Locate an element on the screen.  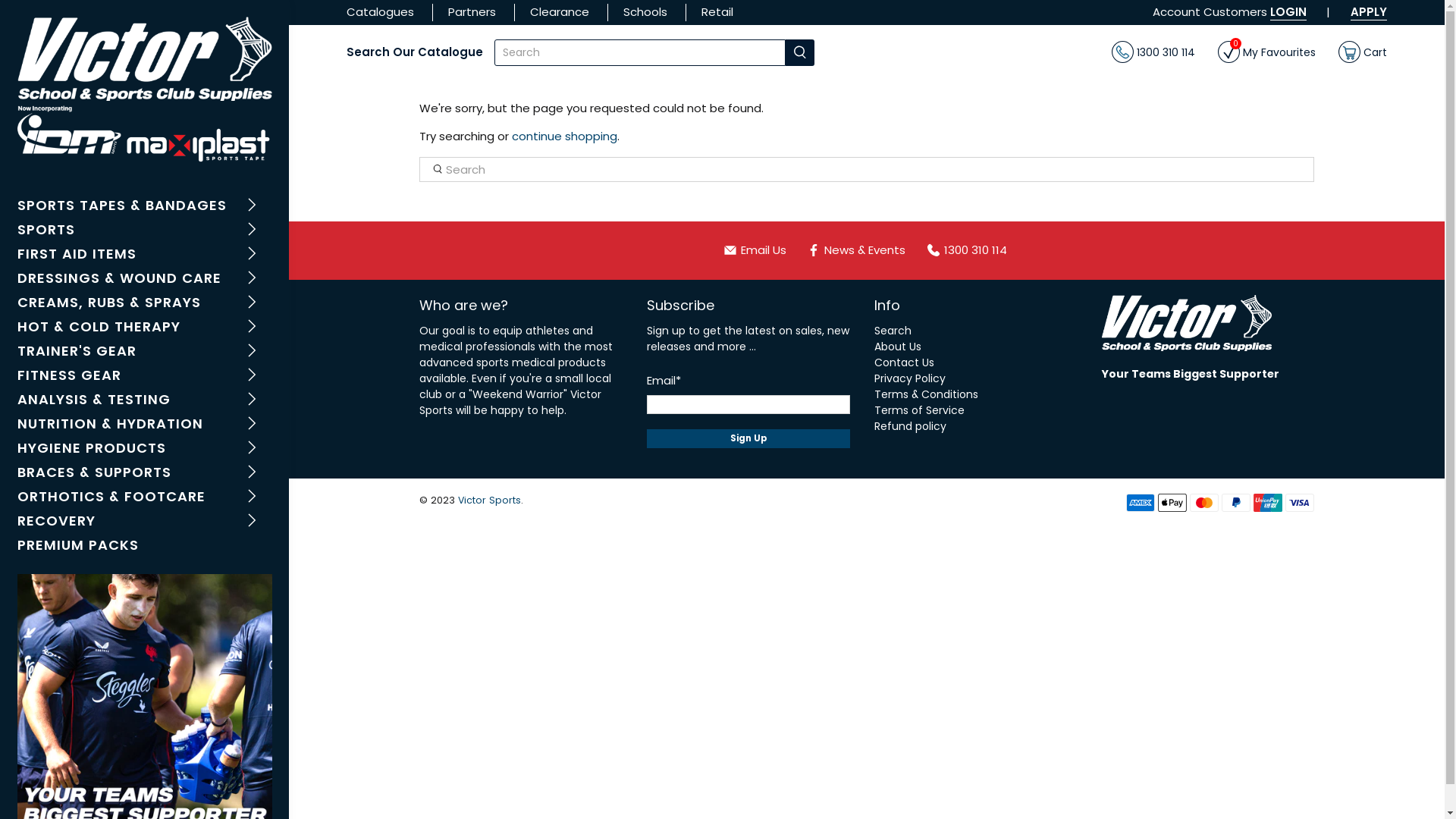
'Victor Sports' is located at coordinates (457, 500).